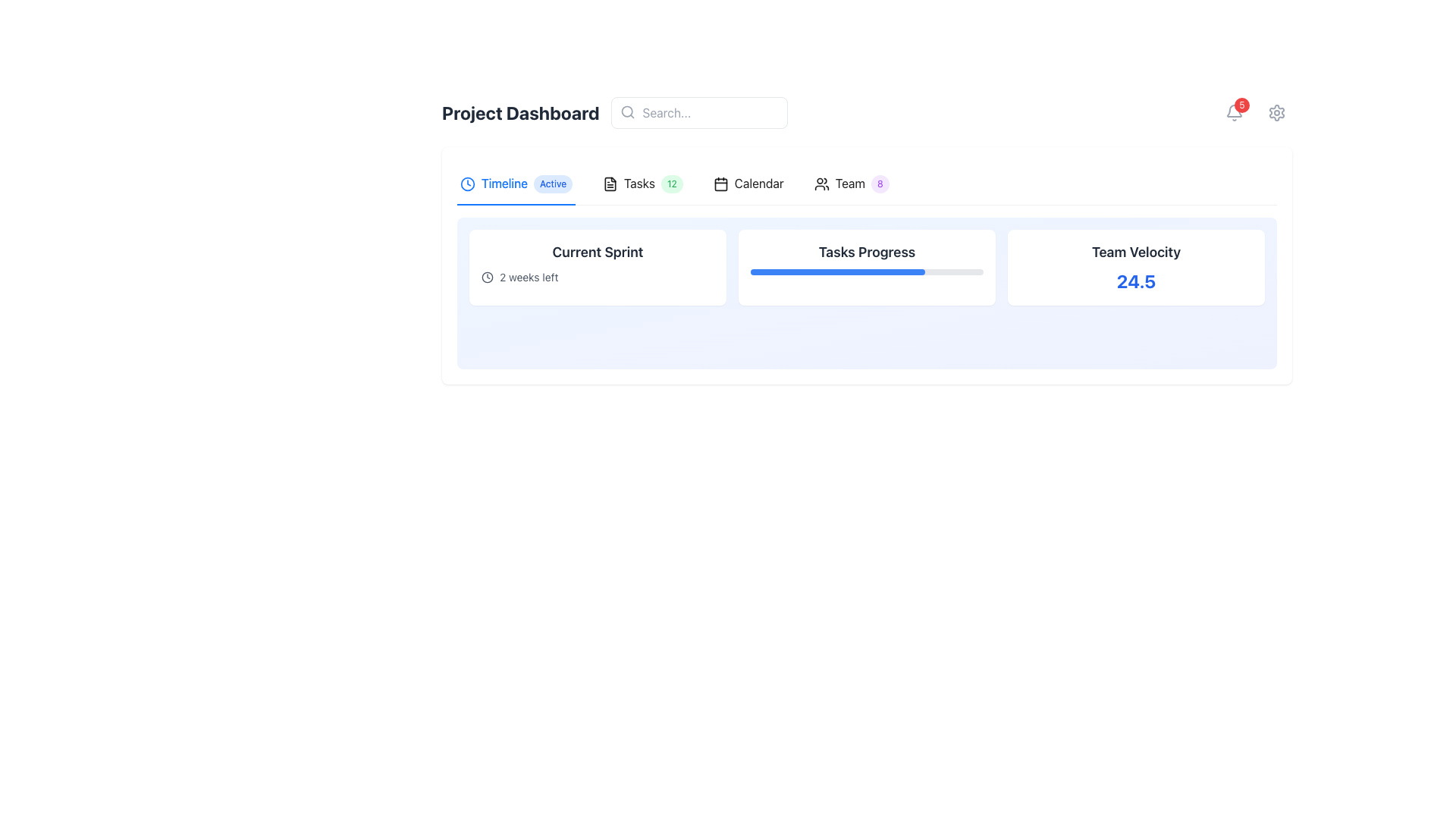  I want to click on the notification icon in the top-right section of the interface, so click(1234, 112).